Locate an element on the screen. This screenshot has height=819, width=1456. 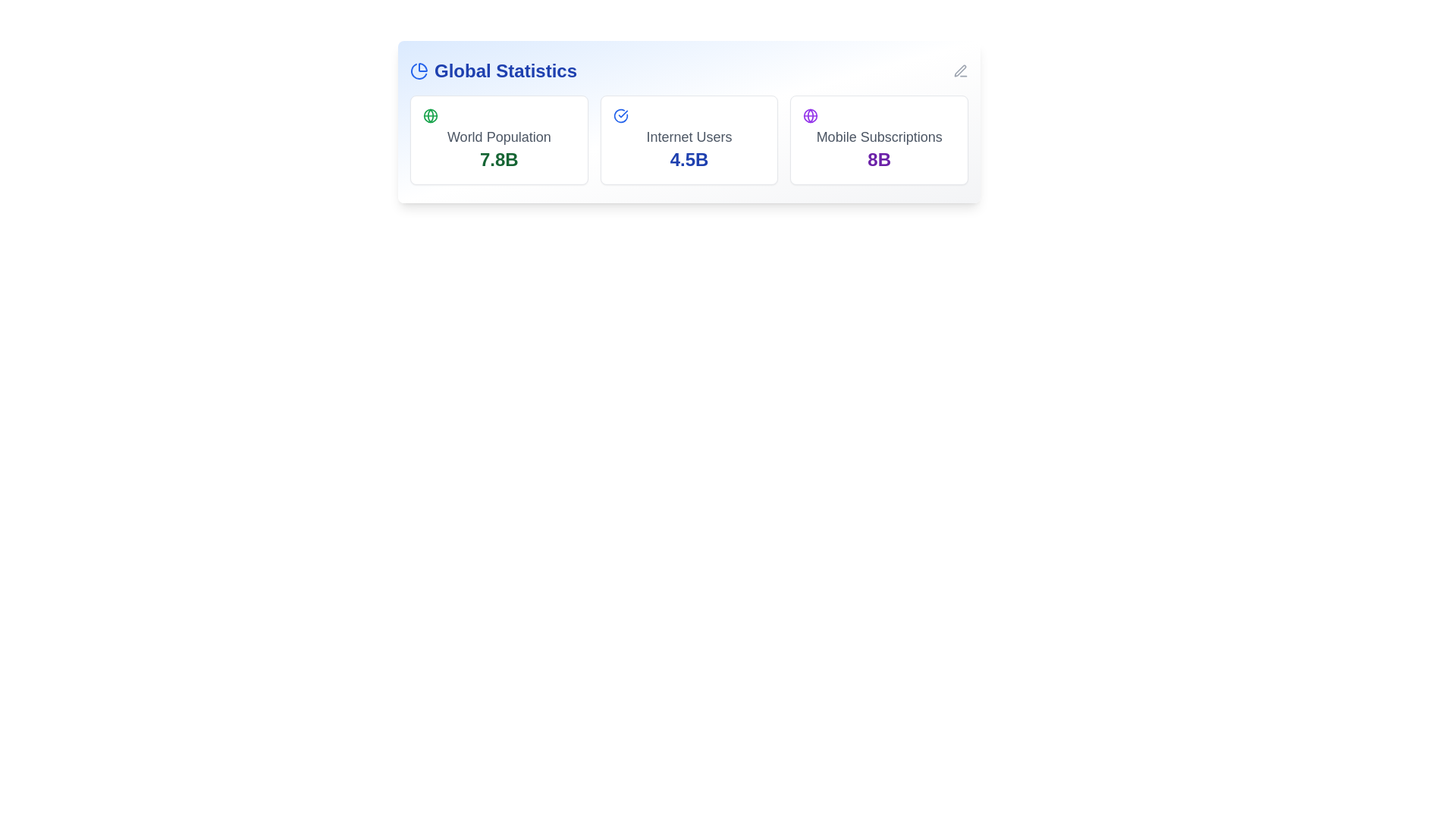
the globe icon representing mobile subscriptions located in the top left of the third card under the 'Global Statistics' header is located at coordinates (810, 115).